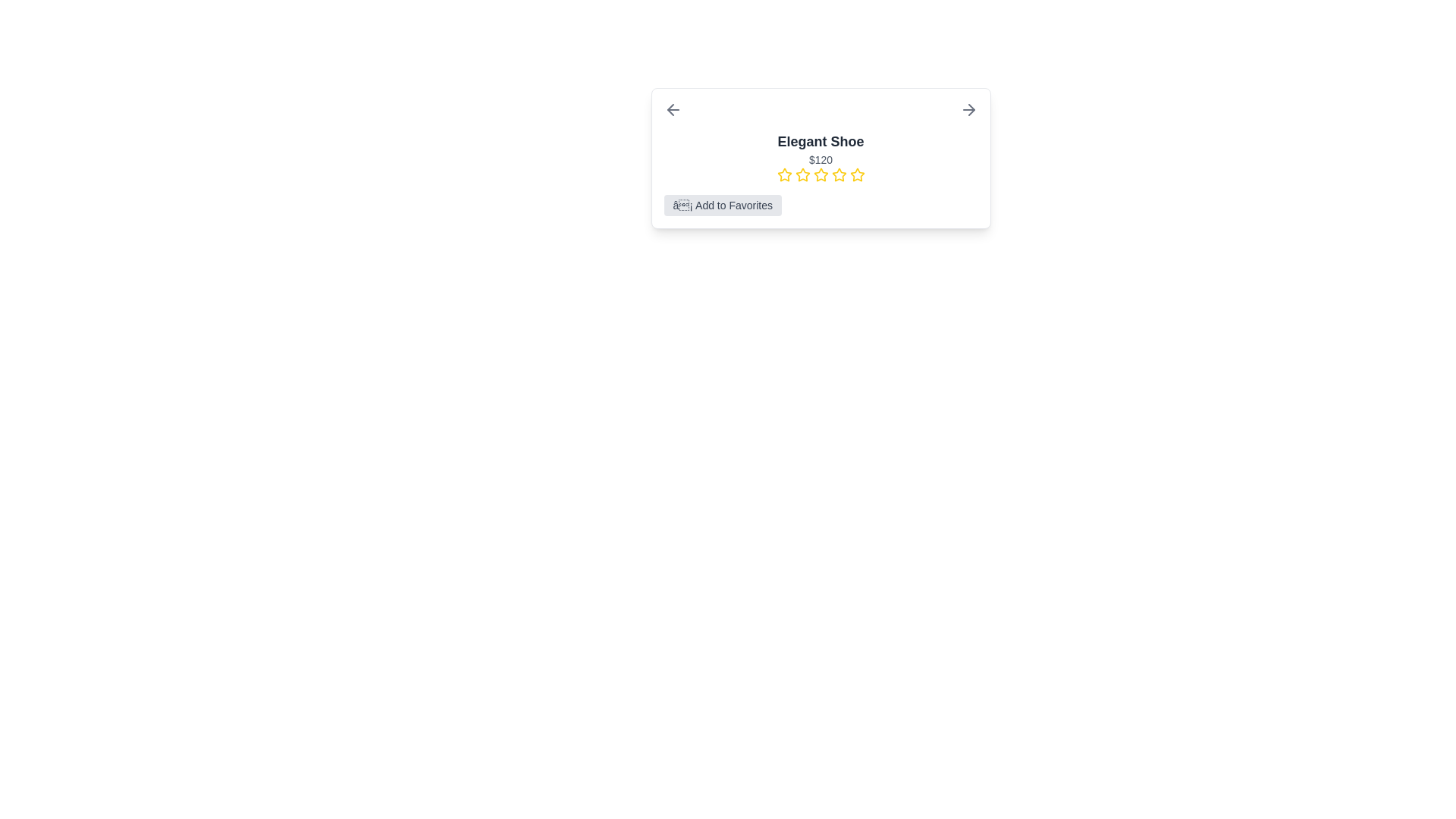 Image resolution: width=1456 pixels, height=819 pixels. Describe the element at coordinates (802, 174) in the screenshot. I see `the third star icon with a yellow outline and white fill, part of the rating component, located under the product title 'Elegant Shoe' and the price '$120'` at that location.